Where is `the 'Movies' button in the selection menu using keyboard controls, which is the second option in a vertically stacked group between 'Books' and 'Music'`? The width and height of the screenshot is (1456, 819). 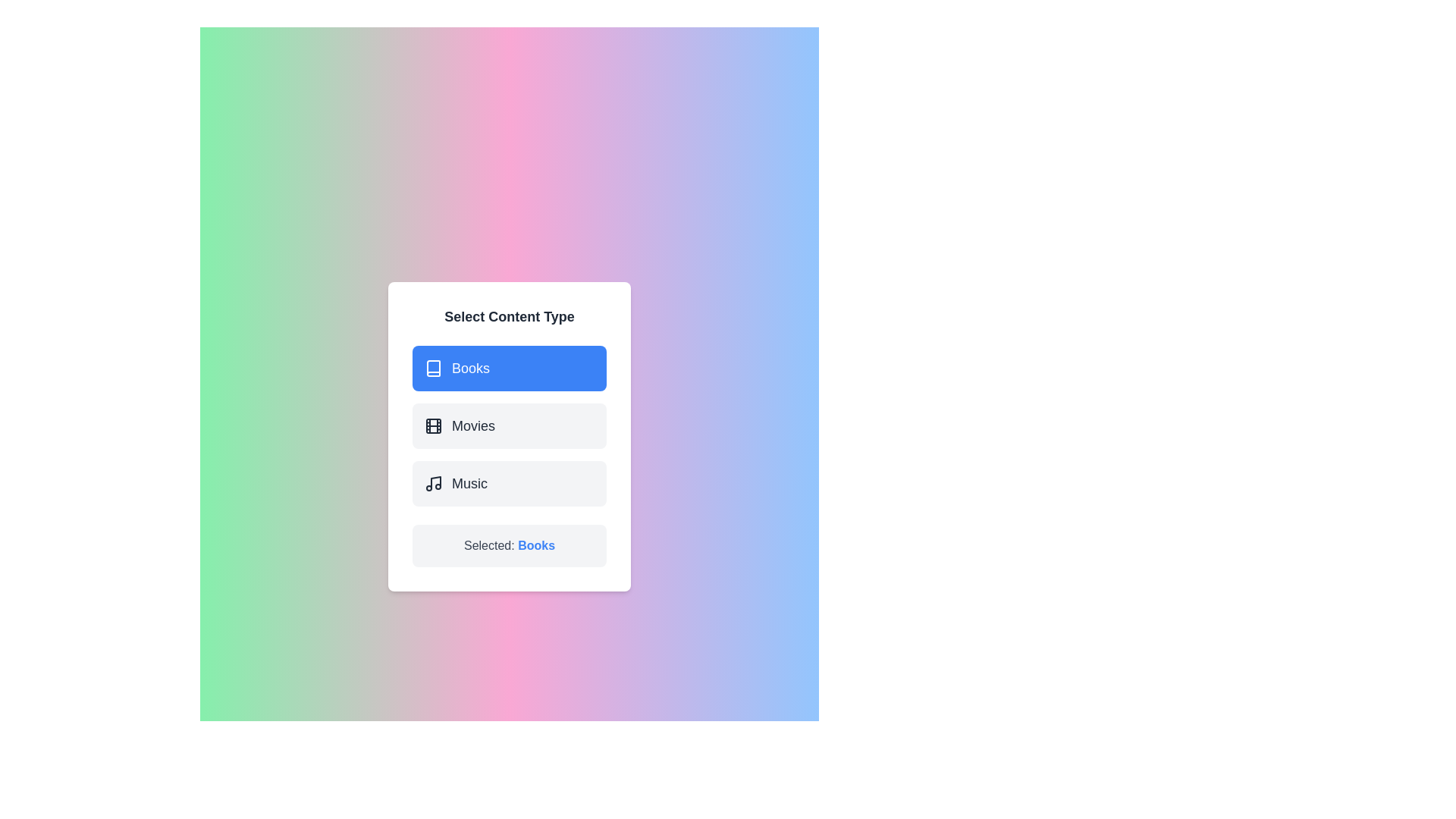
the 'Movies' button in the selection menu using keyboard controls, which is the second option in a vertically stacked group between 'Books' and 'Music' is located at coordinates (510, 436).